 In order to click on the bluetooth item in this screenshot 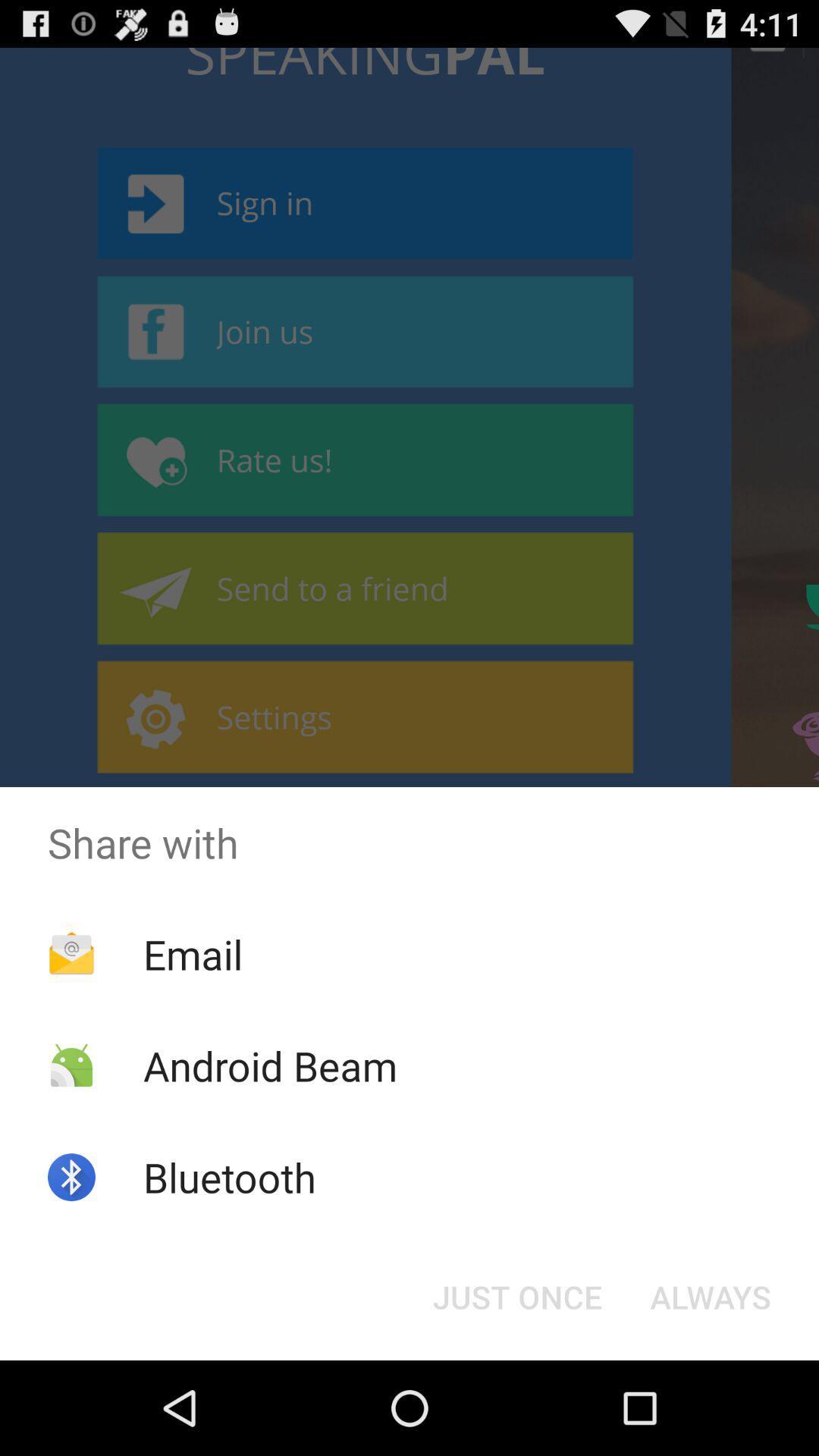, I will do `click(230, 1176)`.